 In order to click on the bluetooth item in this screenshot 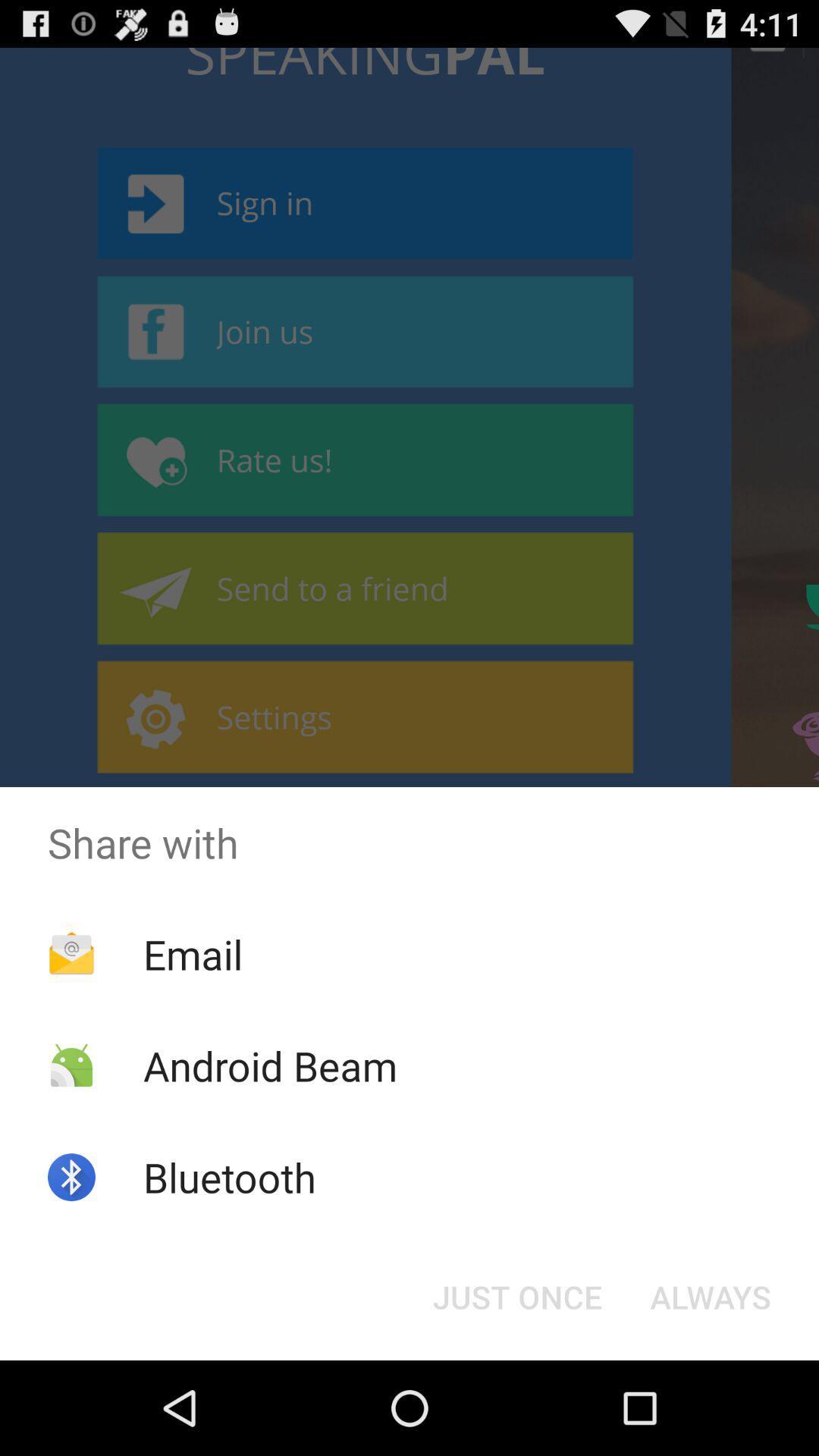, I will do `click(230, 1176)`.